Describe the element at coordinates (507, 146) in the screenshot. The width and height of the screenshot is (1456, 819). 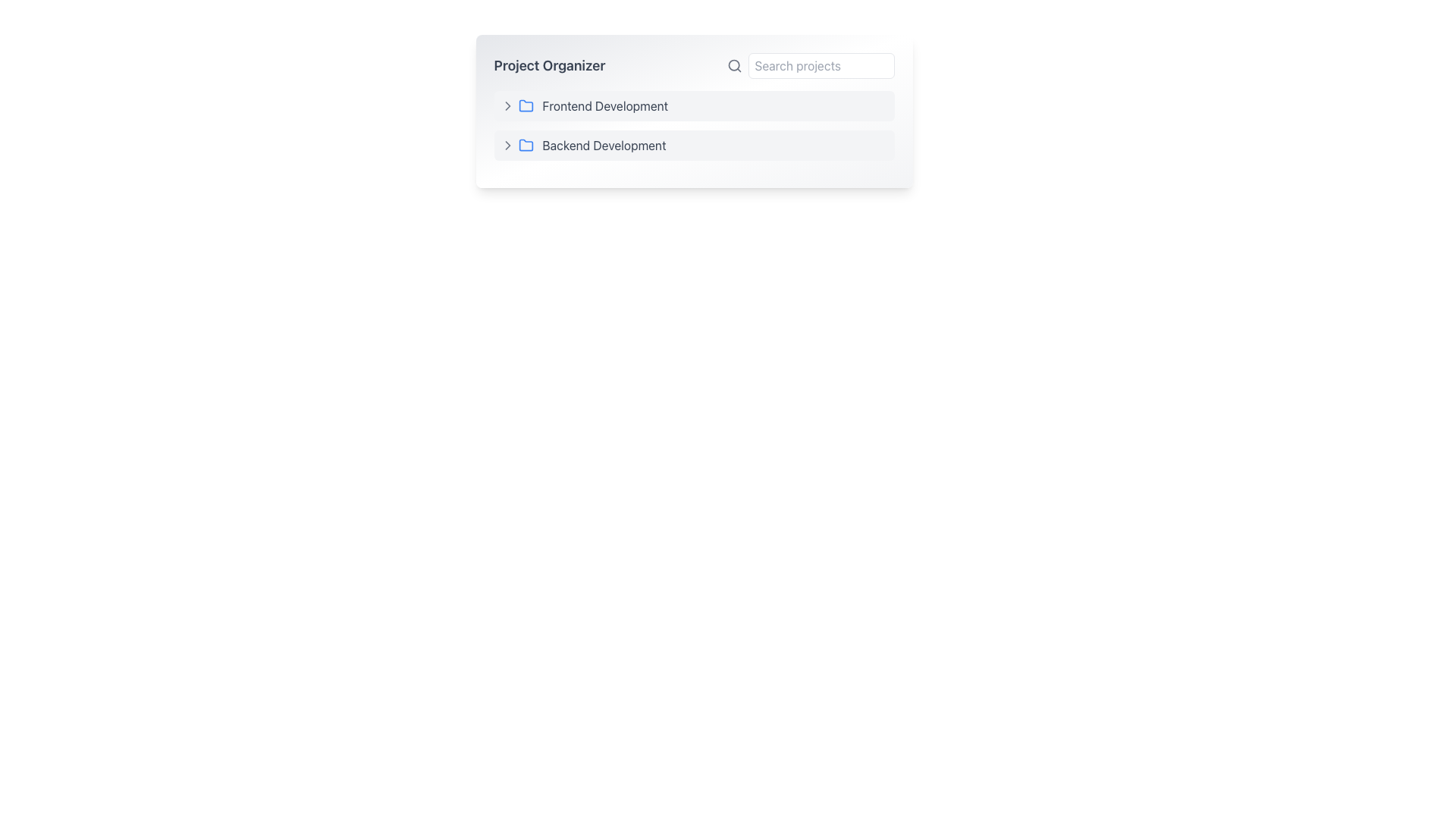
I see `the toggle icon located in the second item row of the directory list adjacent to 'Backend Development'` at that location.